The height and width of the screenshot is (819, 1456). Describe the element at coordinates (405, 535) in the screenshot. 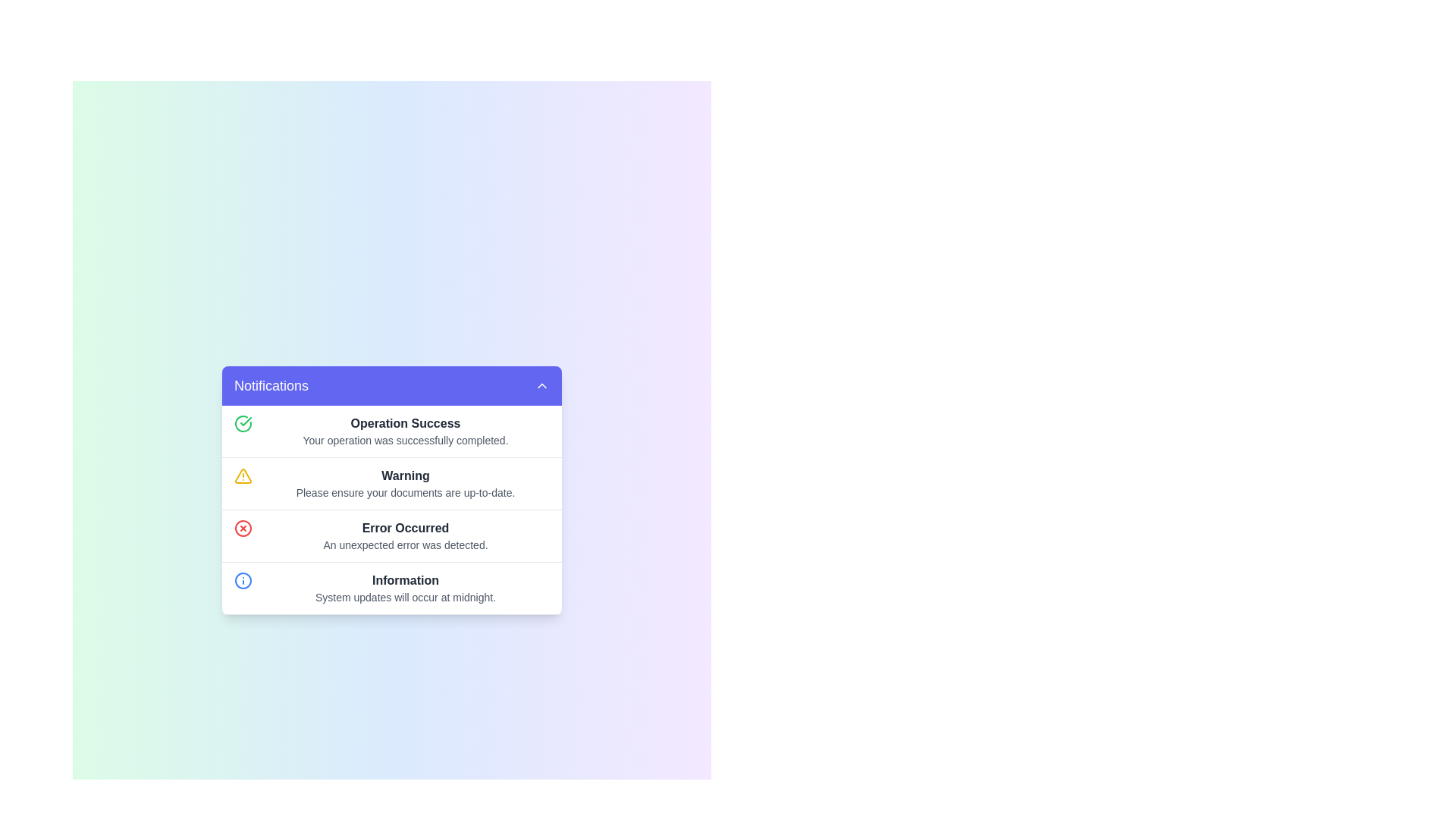

I see `error message displayed in the text block, which includes 'Error Occurred' in bold and 'An unexpected error was detected.' below it. This text block is the third message in a vertical notification list, located below 'Warning' and above 'Information'` at that location.